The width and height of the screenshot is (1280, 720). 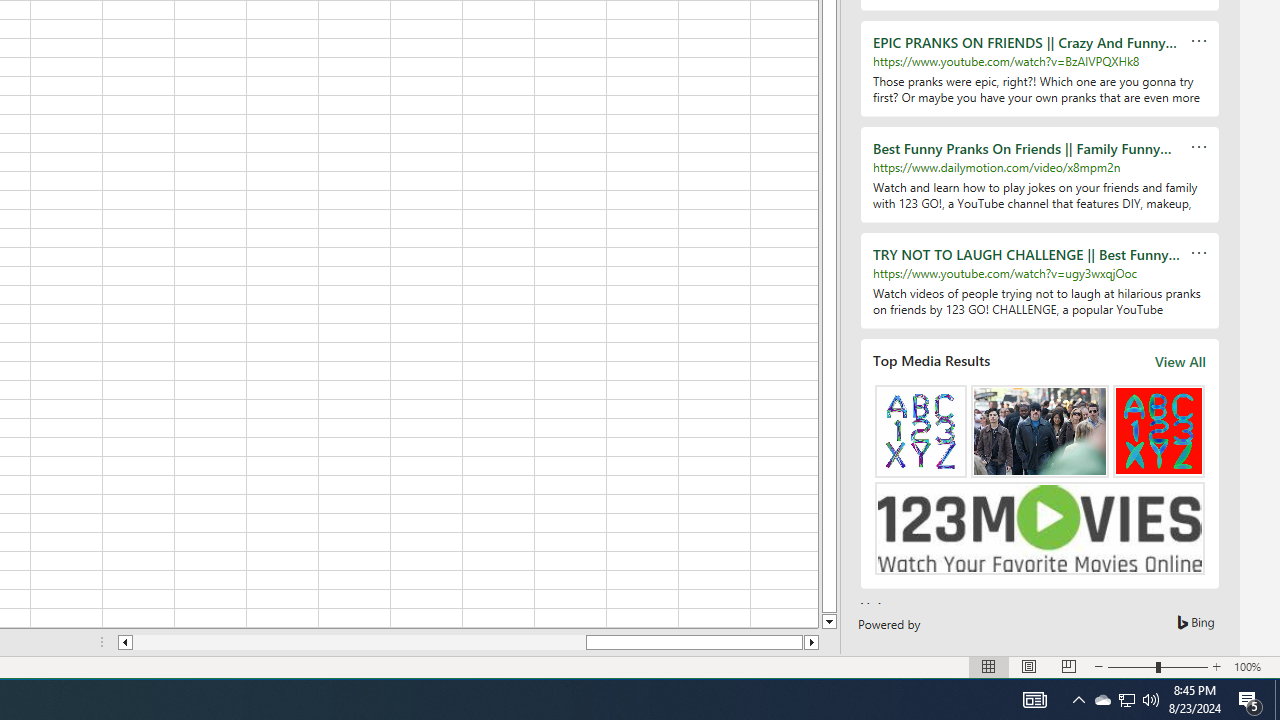 I want to click on 'User Promoted Notification Area', so click(x=1127, y=698).